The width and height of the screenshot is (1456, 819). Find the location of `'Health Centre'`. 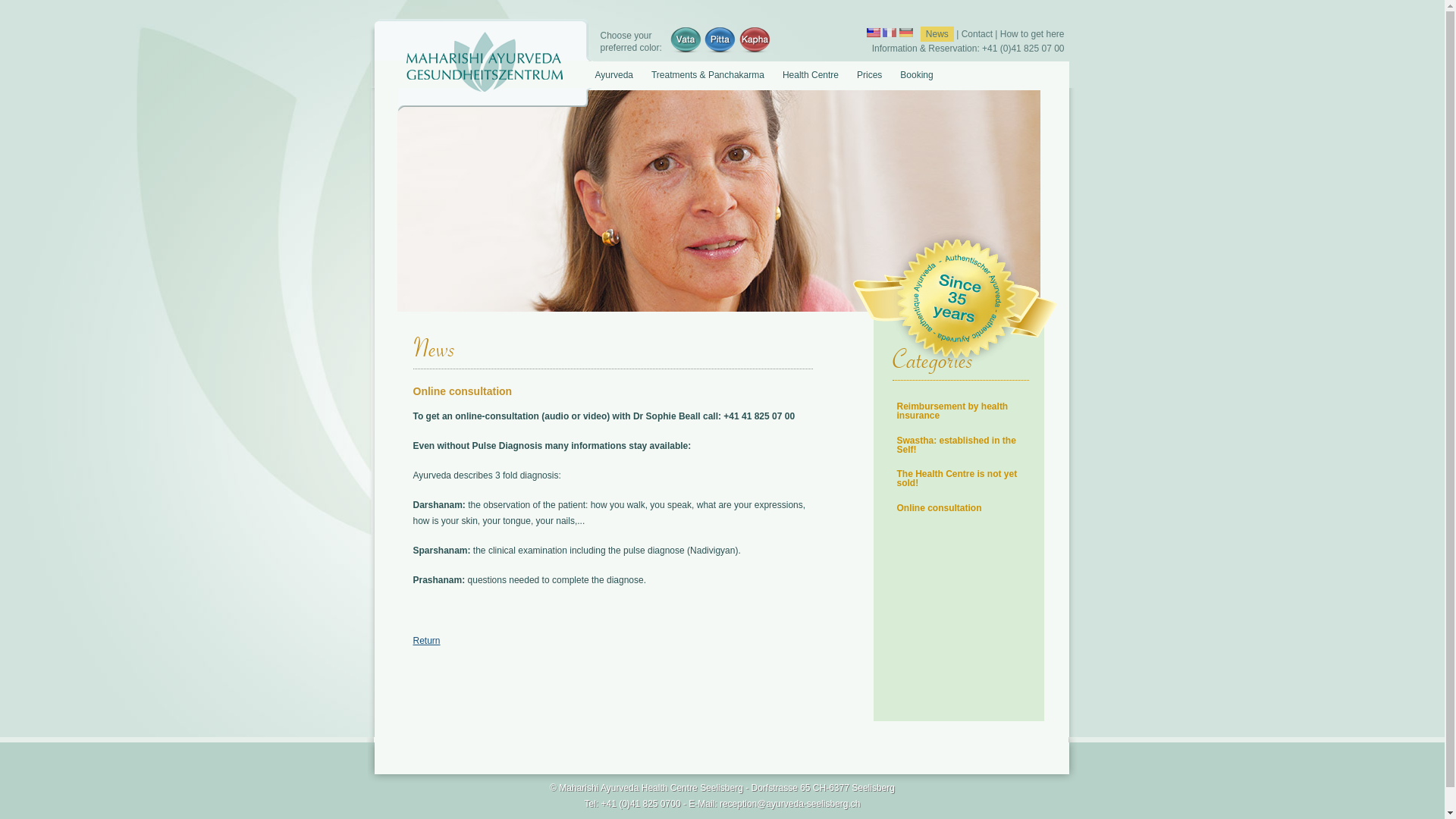

'Health Centre' is located at coordinates (809, 74).